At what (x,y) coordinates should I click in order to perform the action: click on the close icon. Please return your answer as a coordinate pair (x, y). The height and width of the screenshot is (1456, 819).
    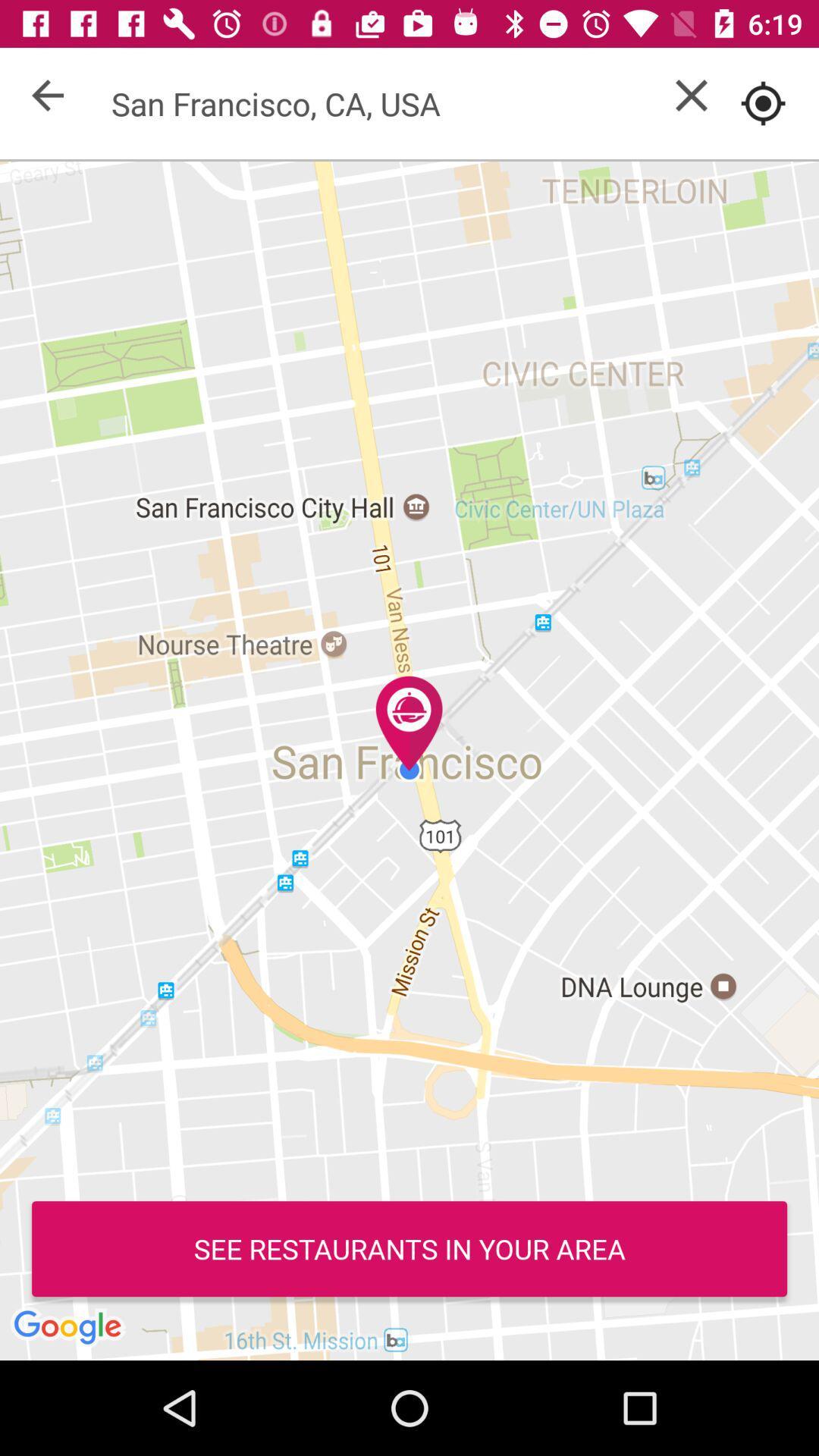
    Looking at the image, I should click on (691, 94).